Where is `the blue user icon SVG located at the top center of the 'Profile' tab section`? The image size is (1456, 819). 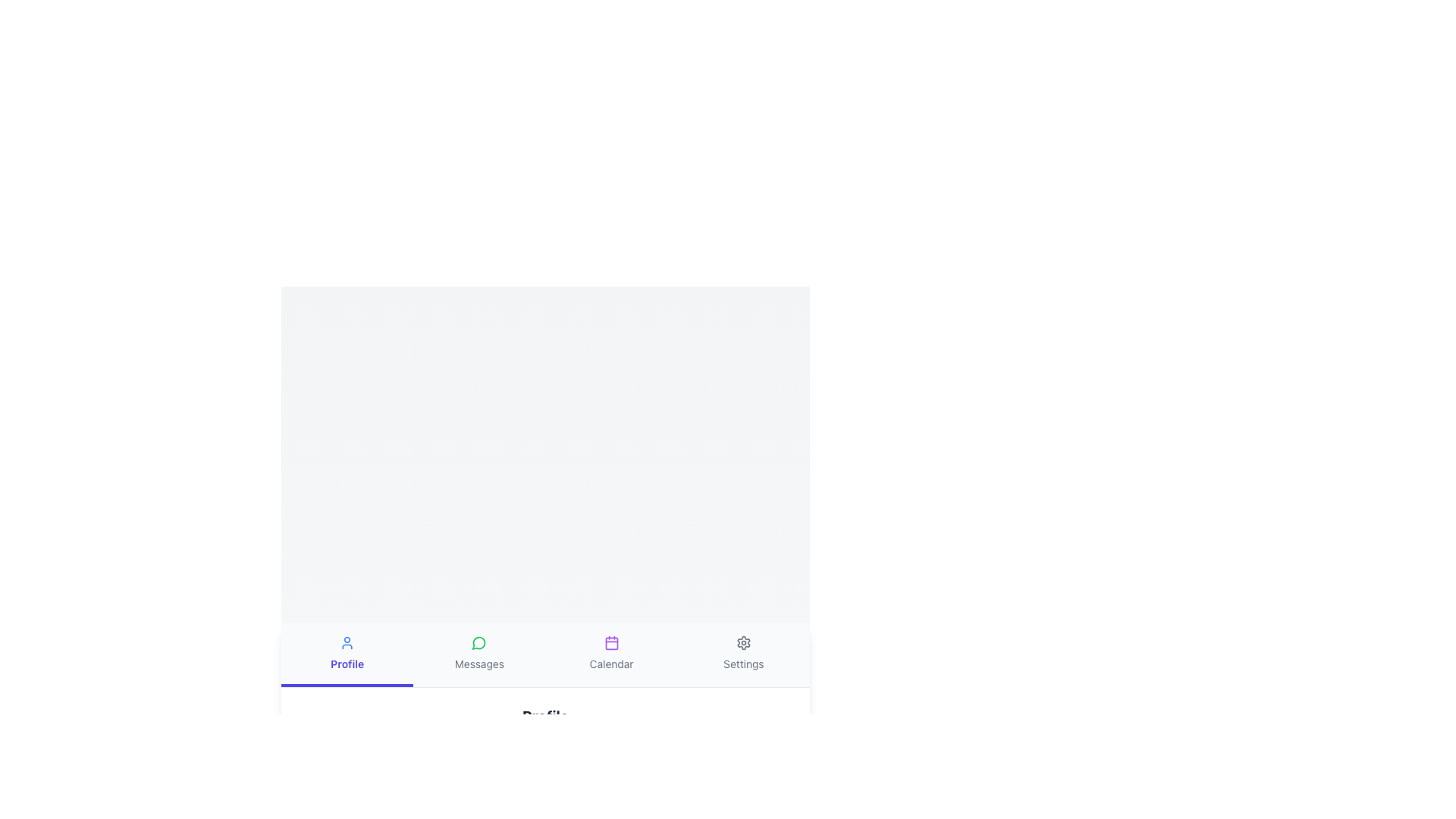
the blue user icon SVG located at the top center of the 'Profile' tab section is located at coordinates (347, 642).